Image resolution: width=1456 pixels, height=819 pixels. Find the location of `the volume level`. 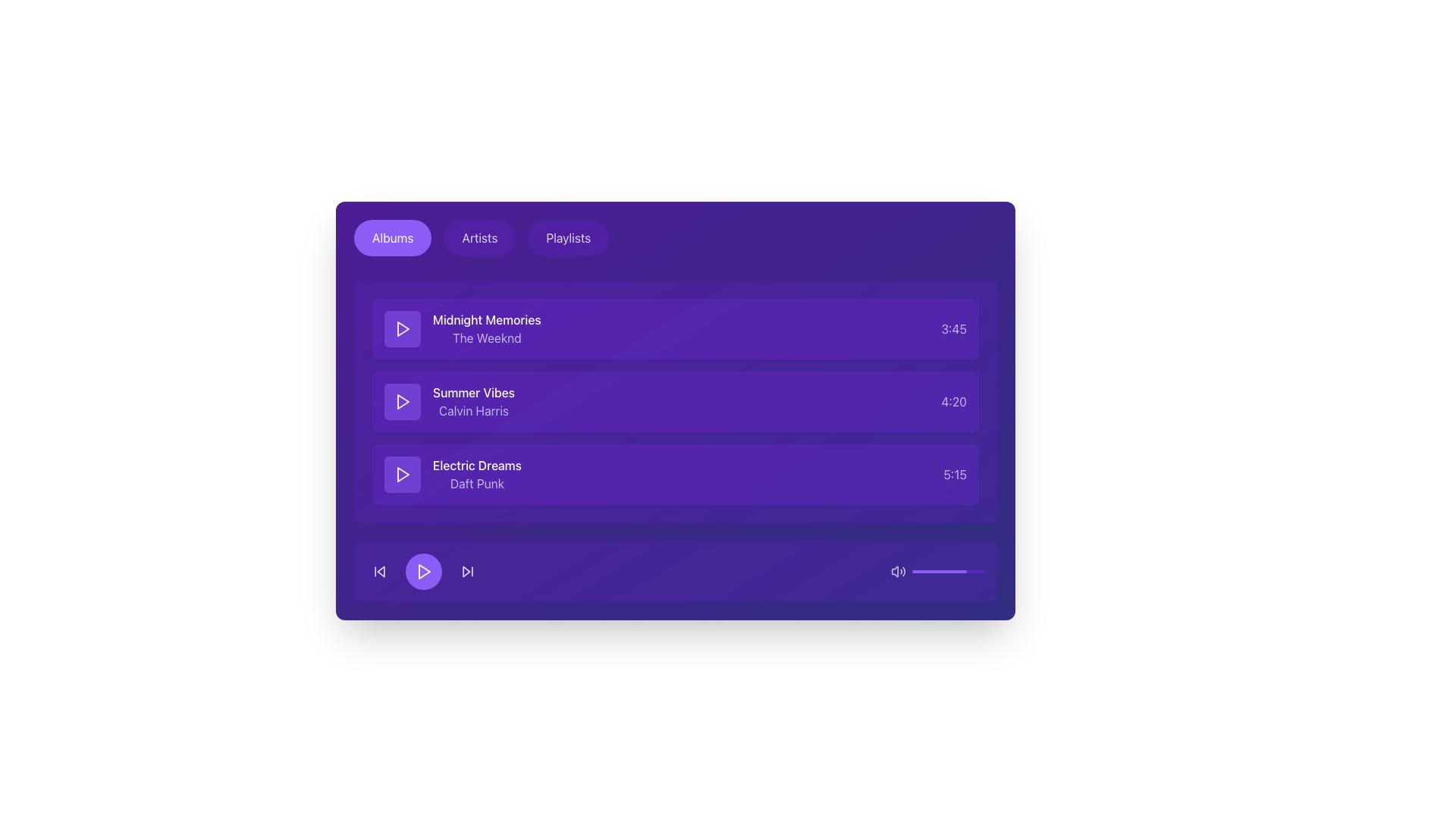

the volume level is located at coordinates (981, 571).